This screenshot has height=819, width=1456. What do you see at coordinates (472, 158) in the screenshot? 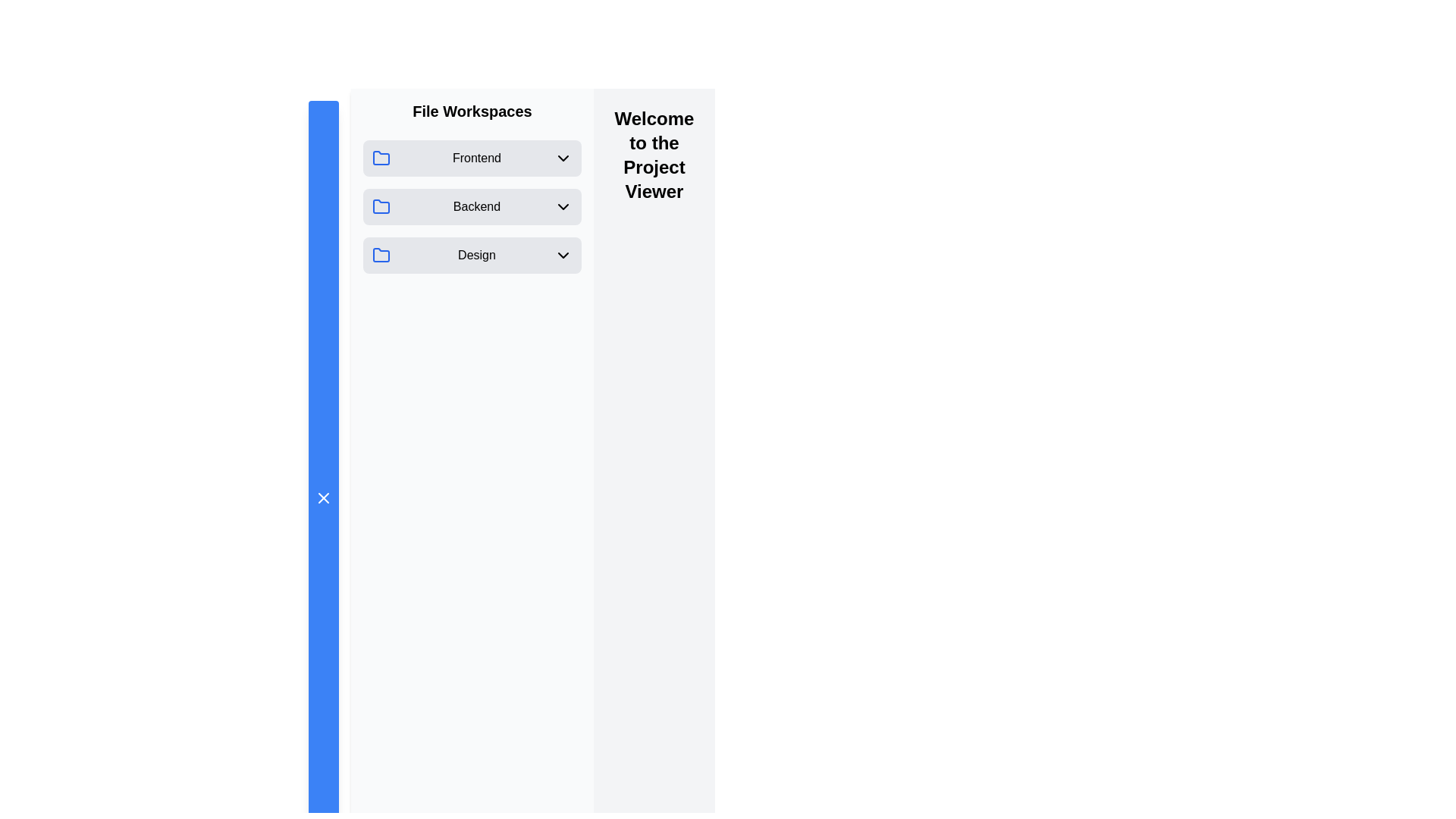
I see `the Expandable button labeled 'Frontend' located` at bounding box center [472, 158].